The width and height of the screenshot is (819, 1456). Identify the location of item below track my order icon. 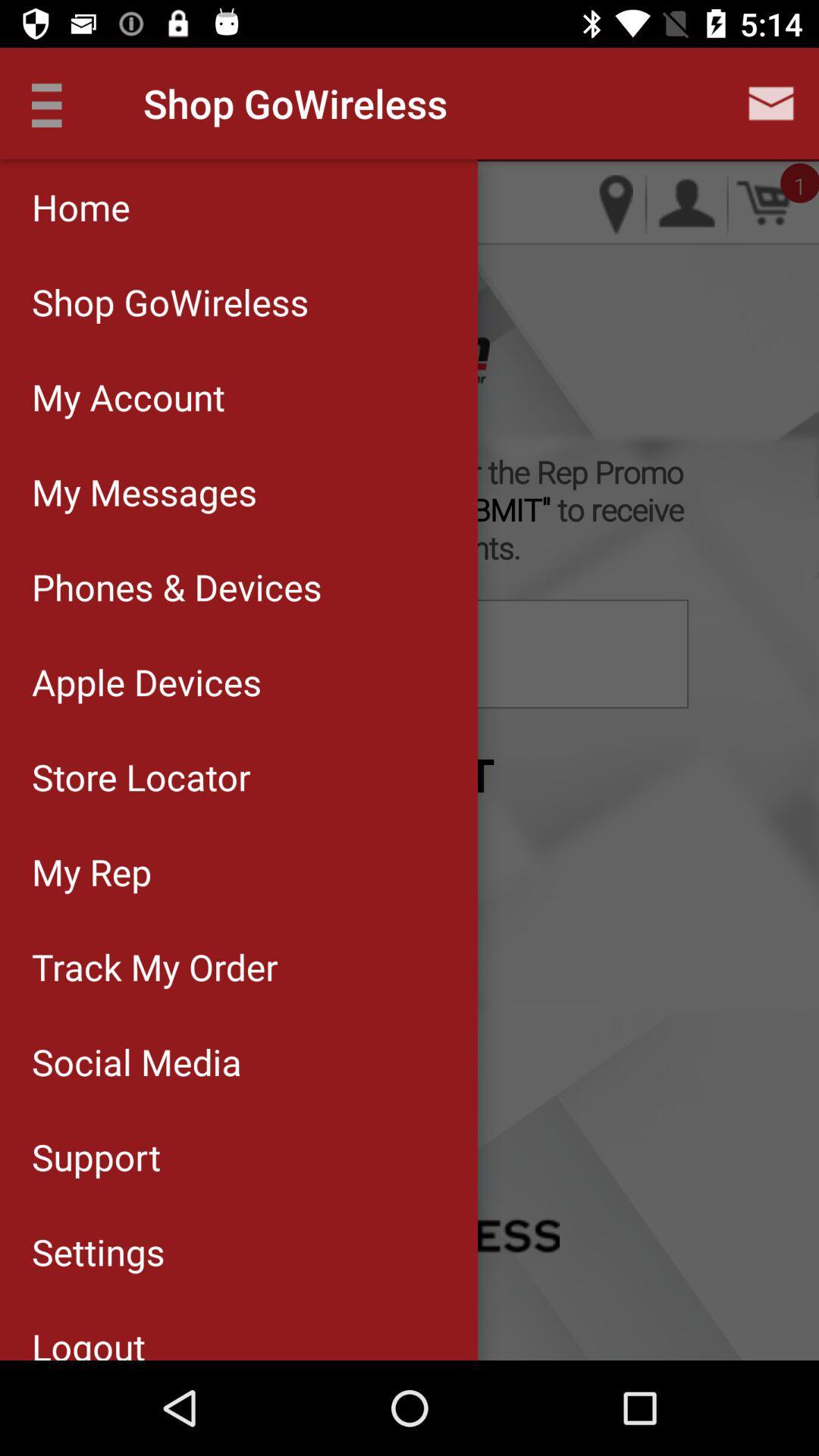
(239, 1061).